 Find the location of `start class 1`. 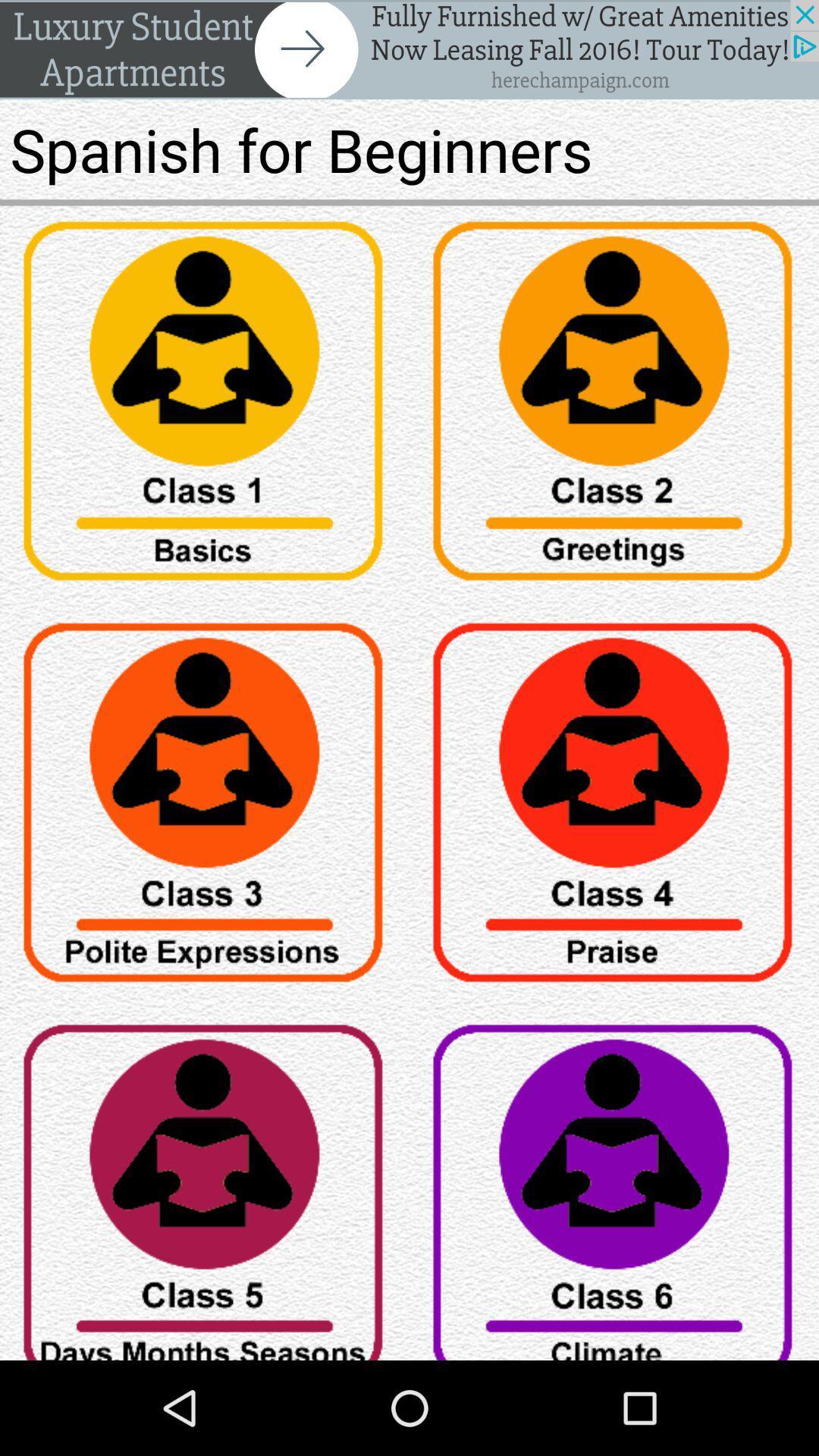

start class 1 is located at coordinates (205, 406).